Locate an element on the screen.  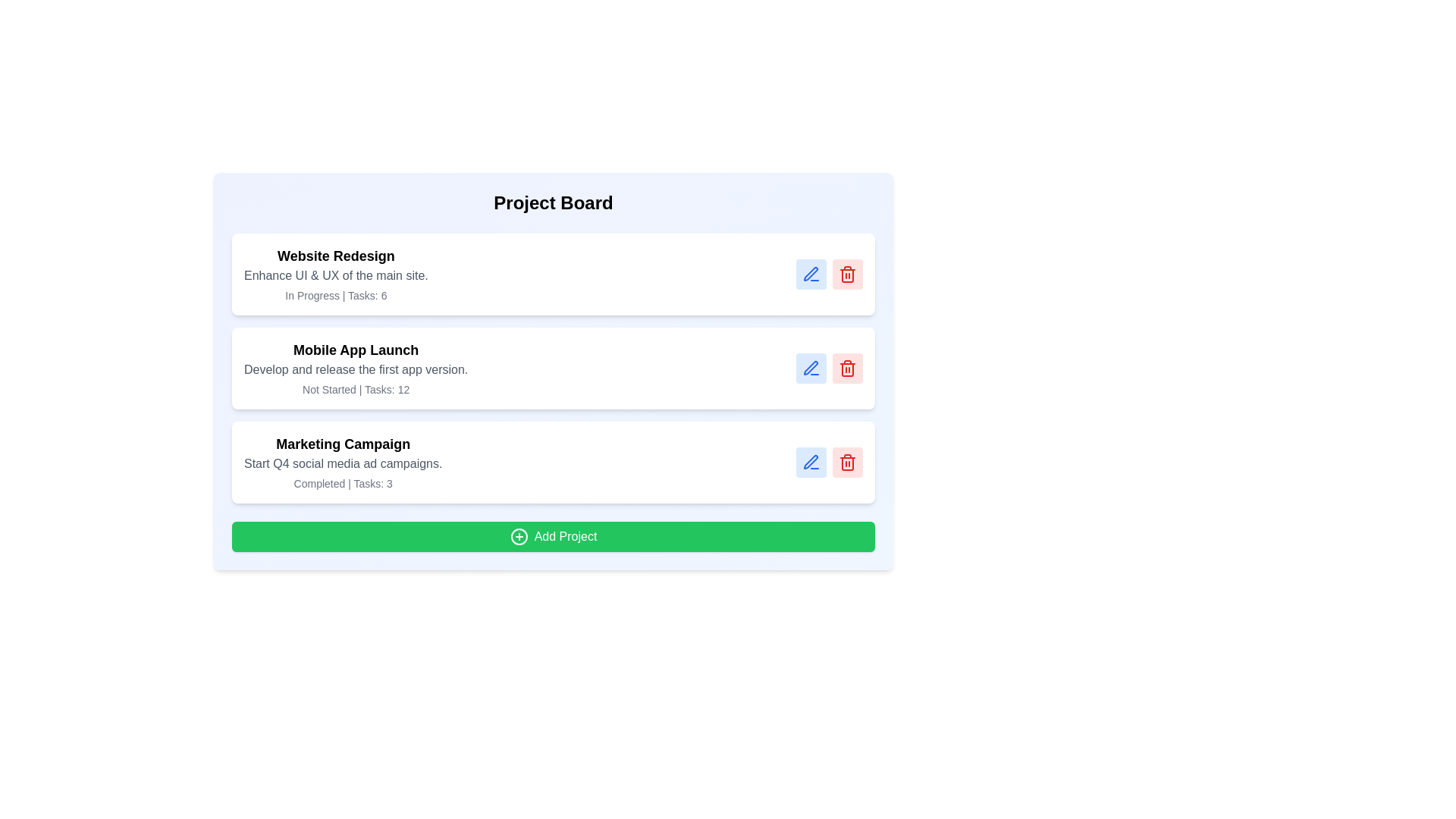
the delete button for the Website Redesign project is located at coordinates (847, 275).